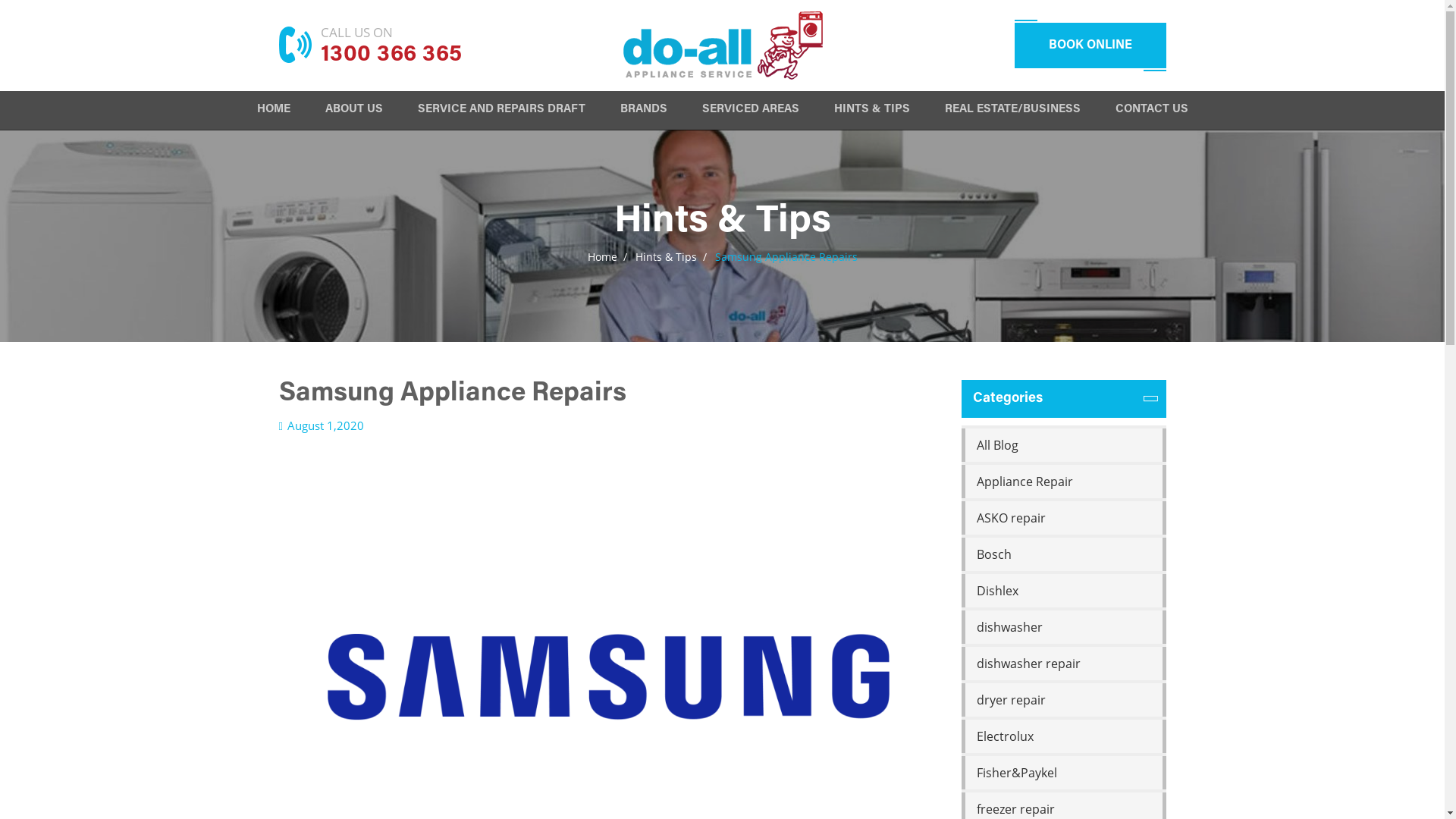 The width and height of the screenshot is (1456, 819). What do you see at coordinates (960, 699) in the screenshot?
I see `'dryer repair'` at bounding box center [960, 699].